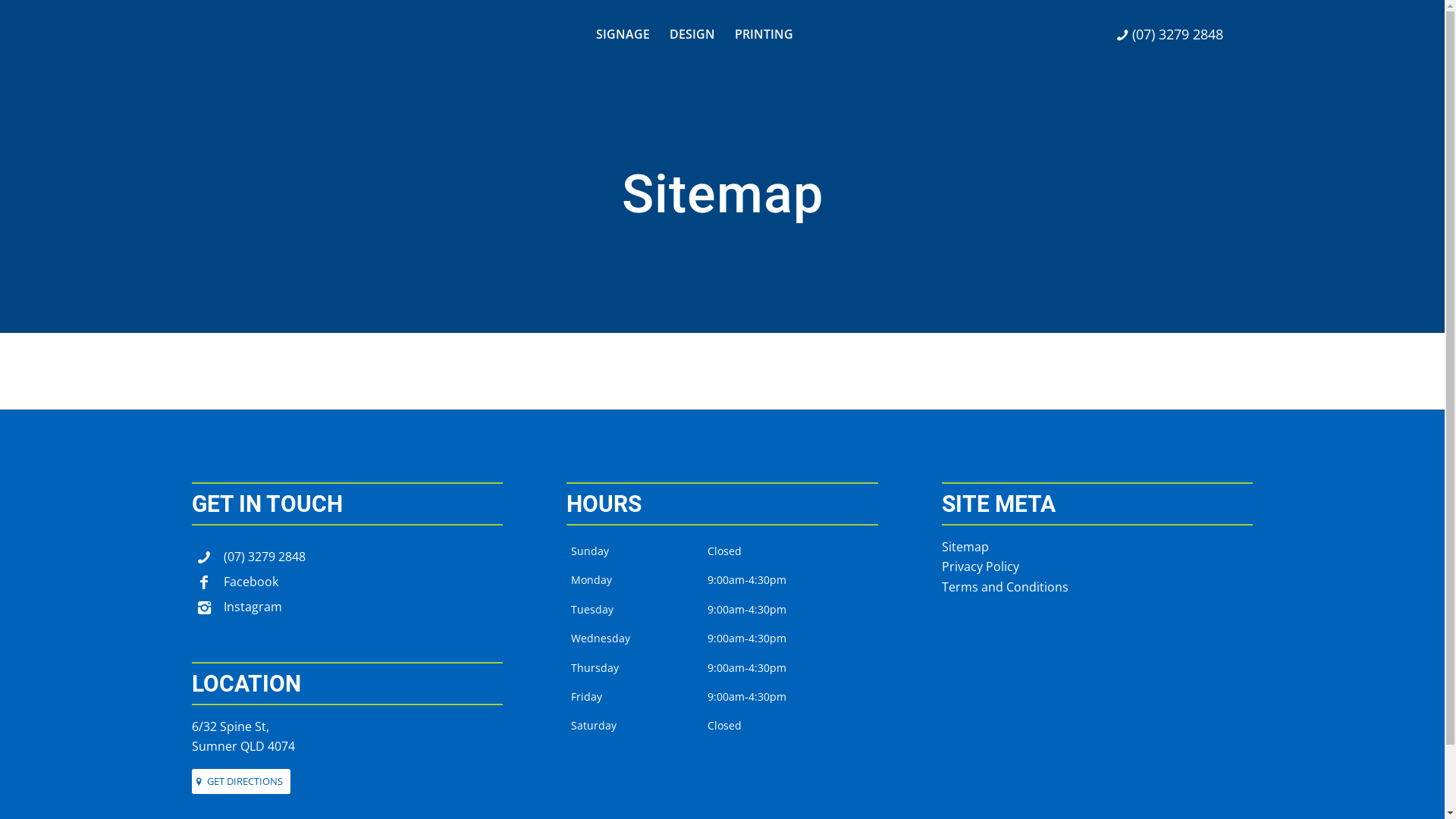  I want to click on 'Facebook', so click(202, 583).